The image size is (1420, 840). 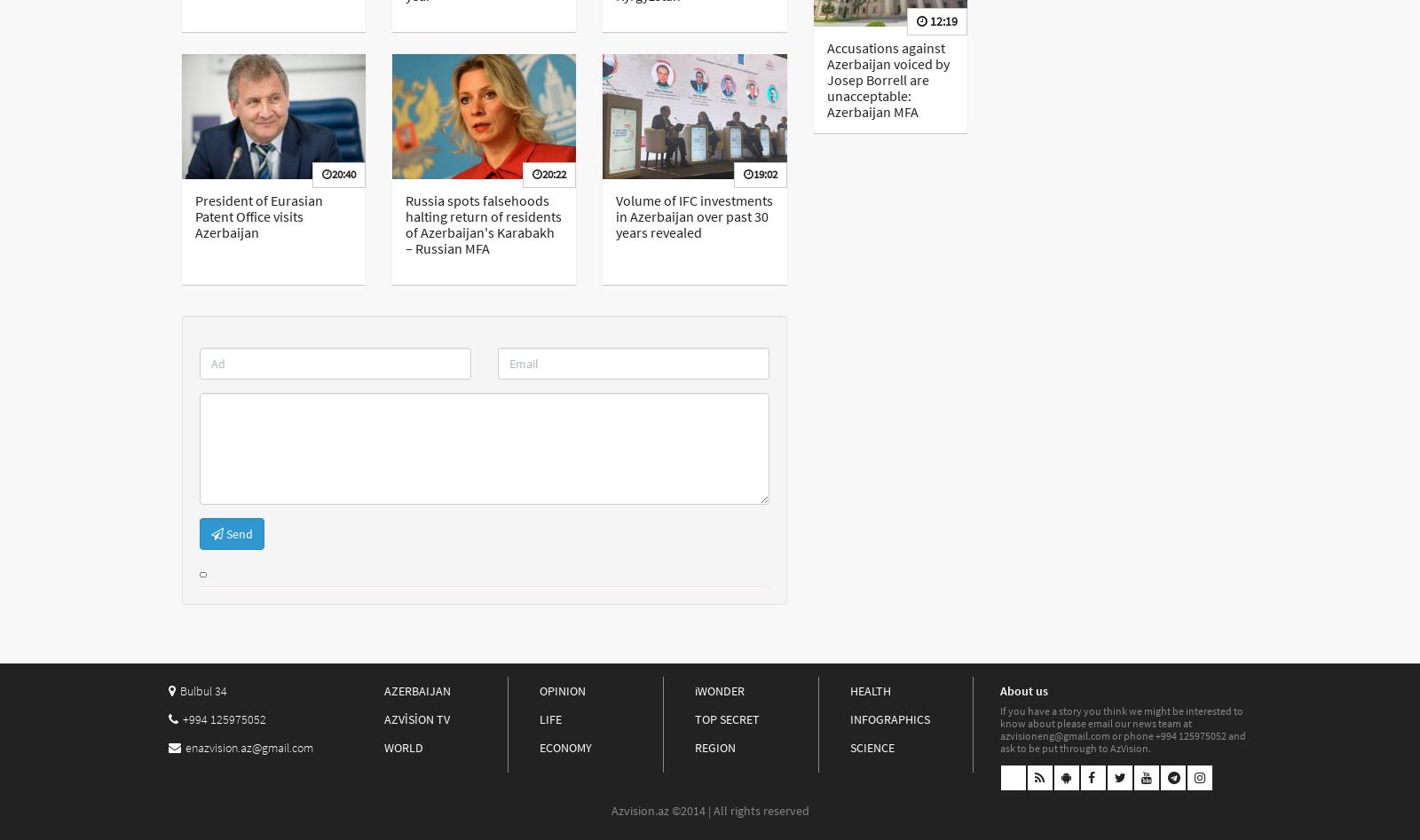 I want to click on 'About us', so click(x=1023, y=689).